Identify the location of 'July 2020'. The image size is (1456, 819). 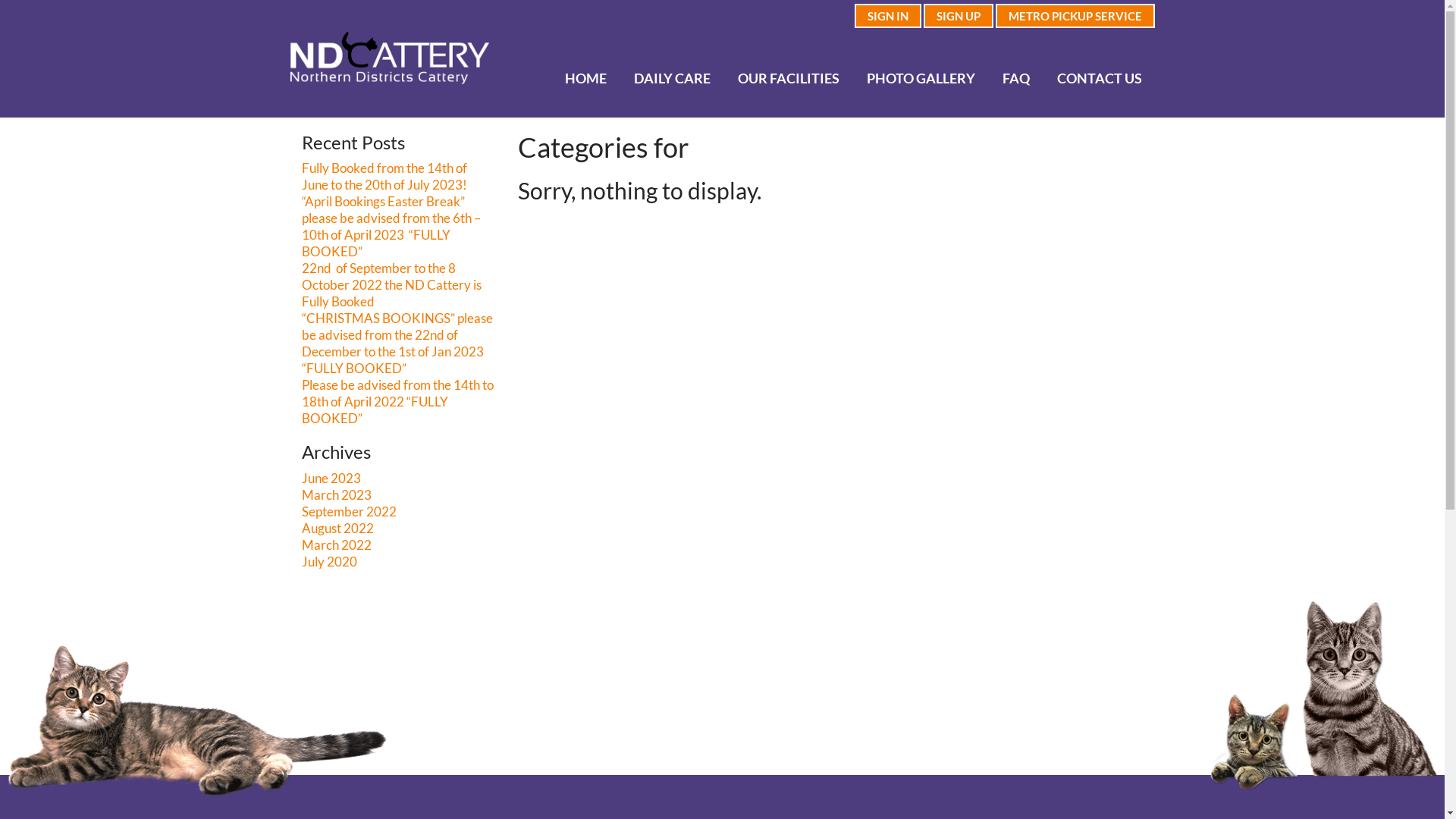
(302, 561).